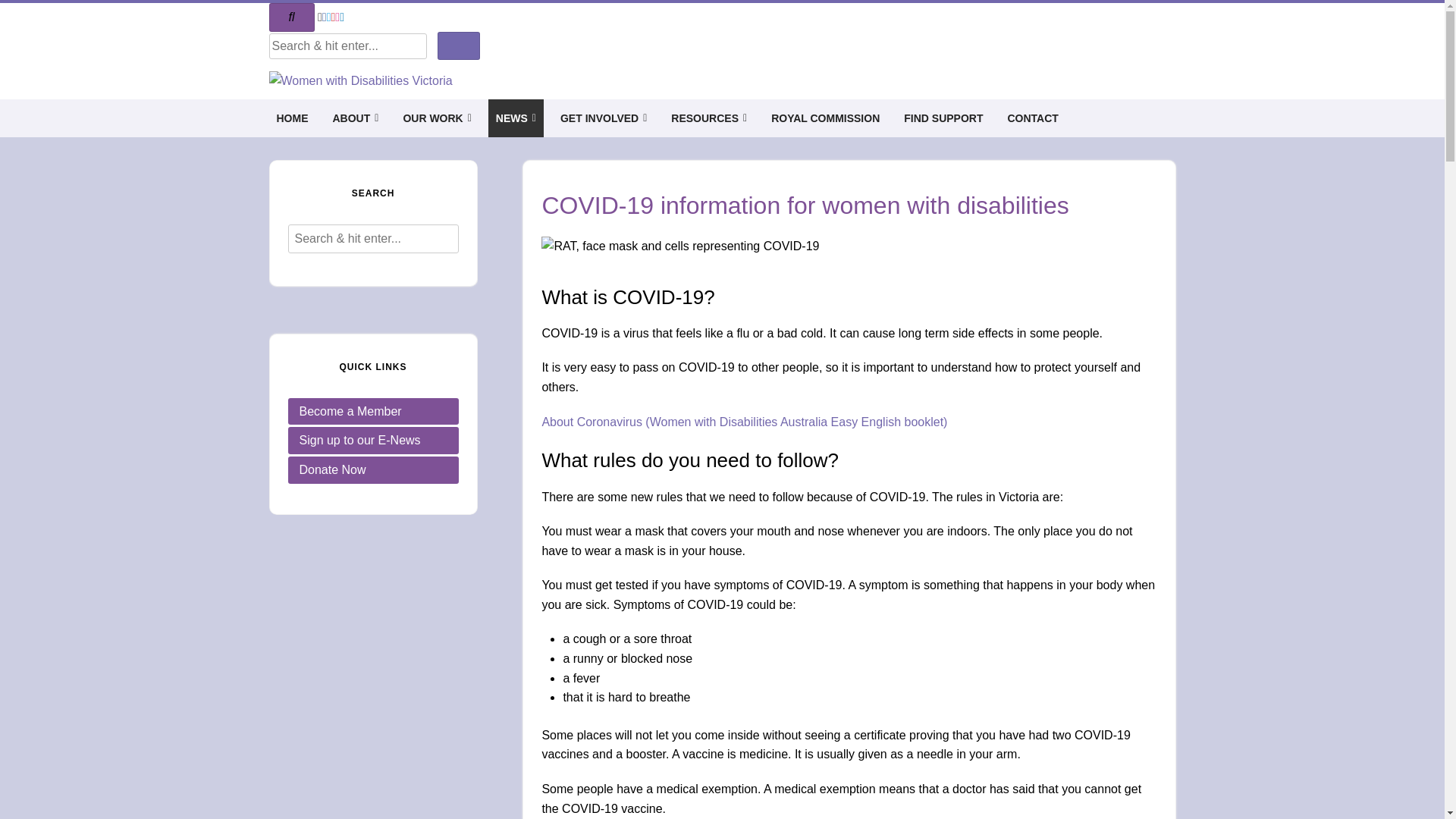 This screenshot has height=819, width=1456. Describe the element at coordinates (516, 117) in the screenshot. I see `'NEWS'` at that location.